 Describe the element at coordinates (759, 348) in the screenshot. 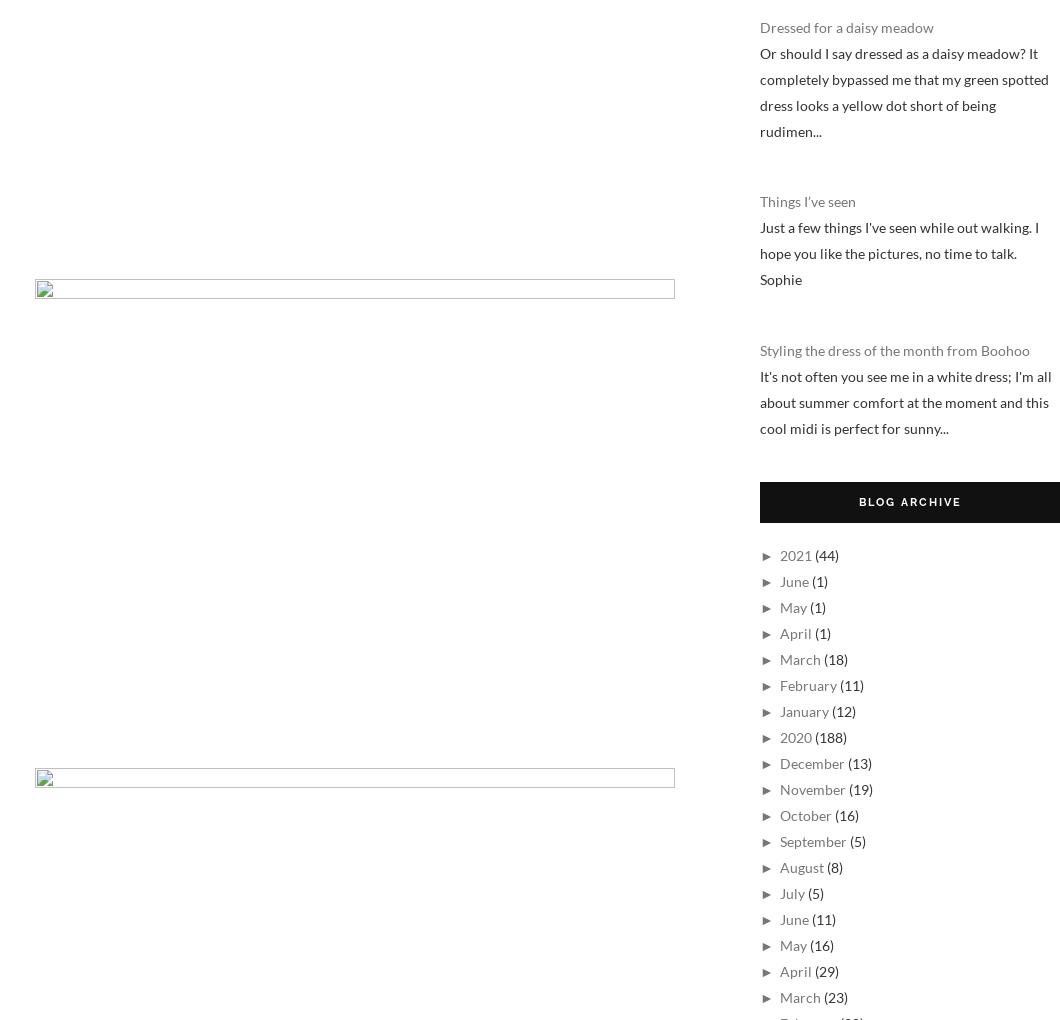

I see `'Styling the dress of the month from Boohoo'` at that location.